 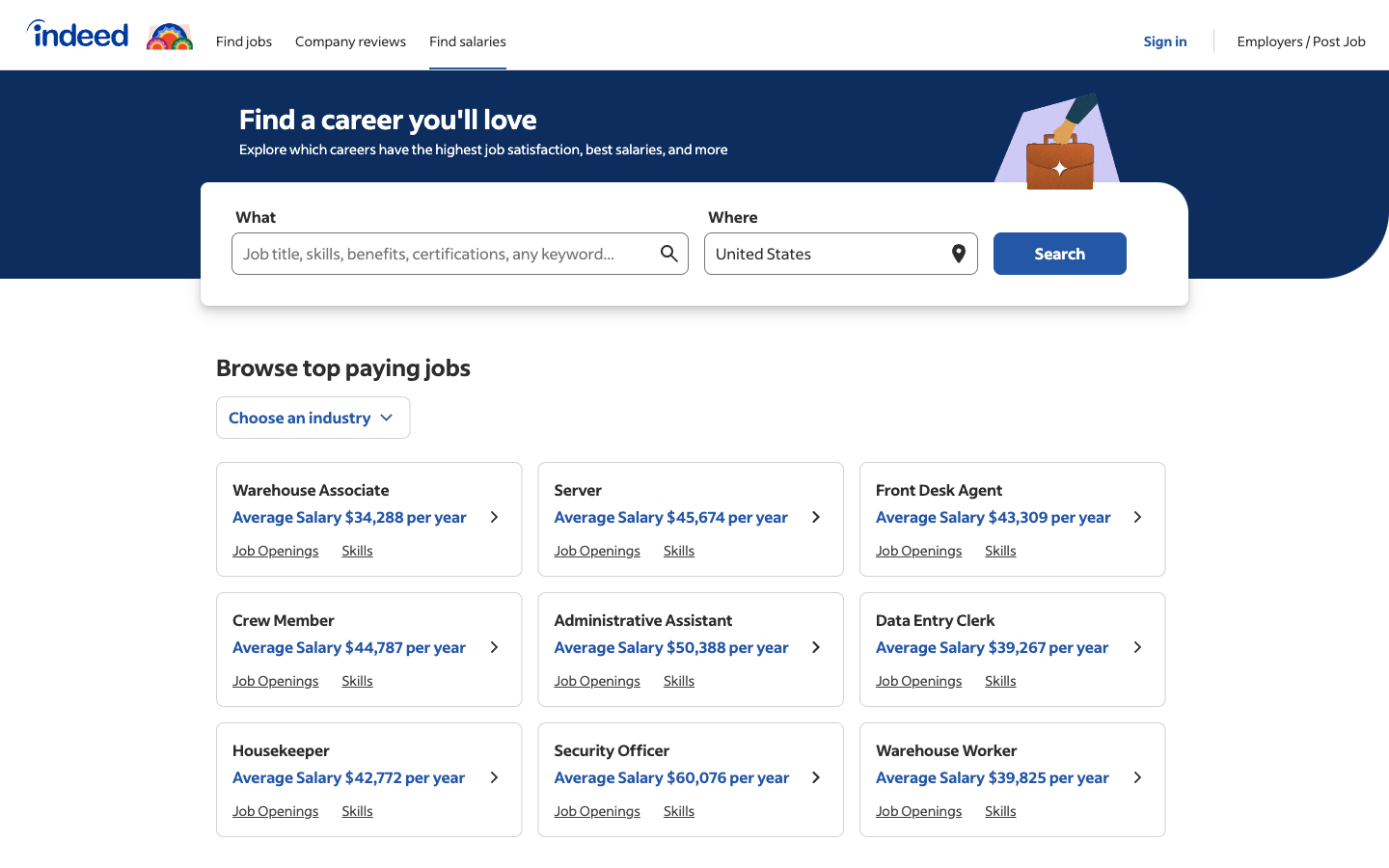 What do you see at coordinates (993, 764) in the screenshot?
I see `Acquire further knowledge on "Warehouse Worker` at bounding box center [993, 764].